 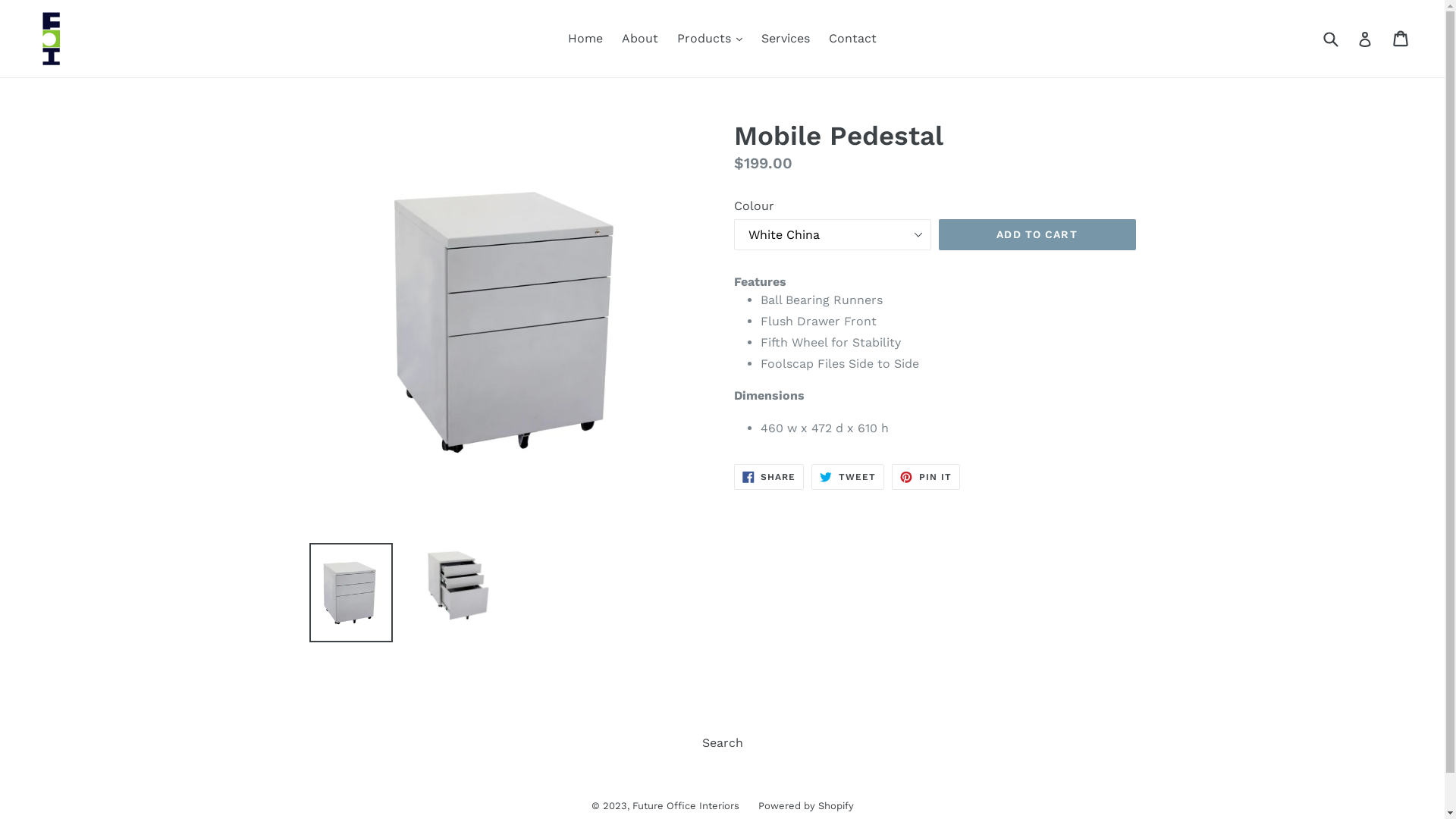 I want to click on 'SHARE, so click(x=769, y=475).